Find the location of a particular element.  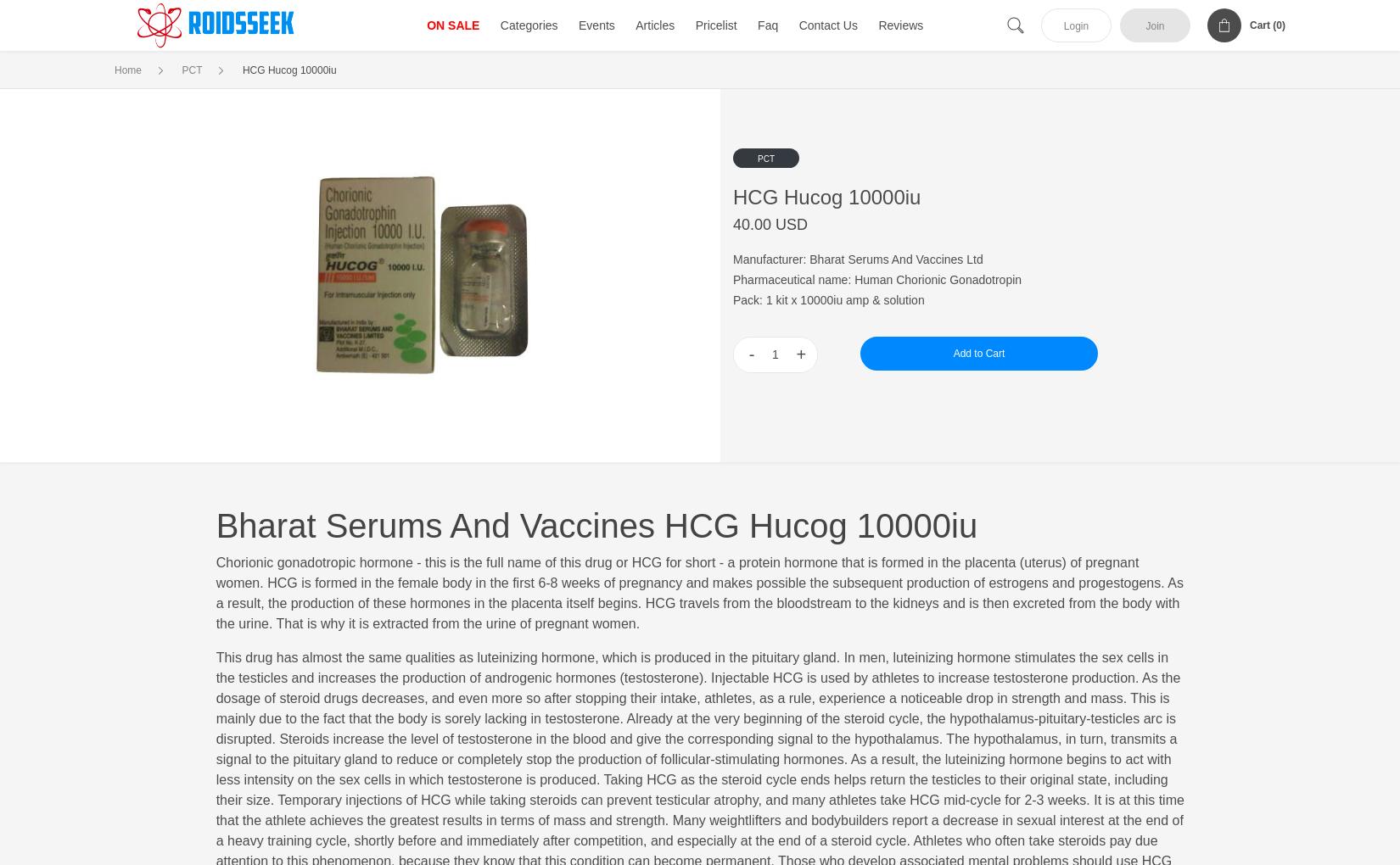

'Login' is located at coordinates (1075, 25).